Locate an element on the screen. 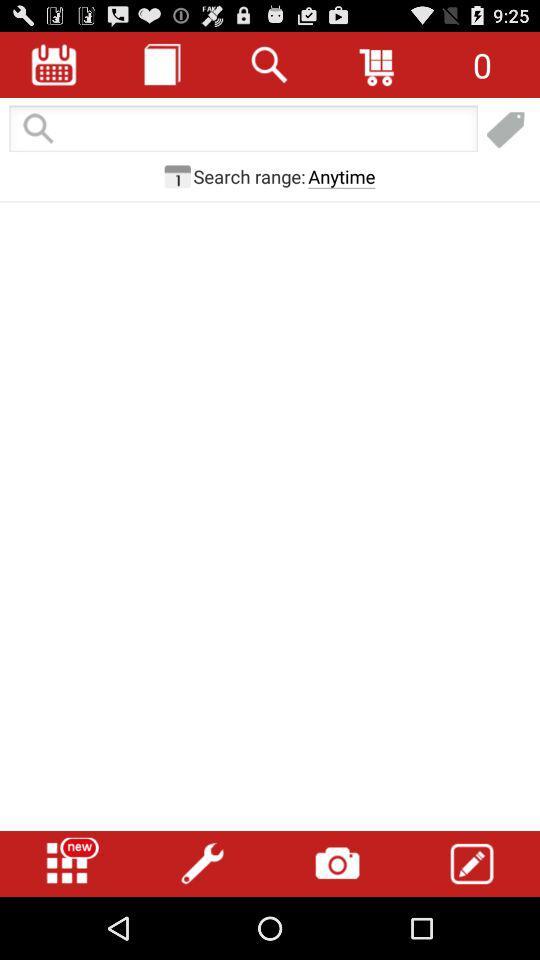 Image resolution: width=540 pixels, height=960 pixels. take photo is located at coordinates (337, 863).